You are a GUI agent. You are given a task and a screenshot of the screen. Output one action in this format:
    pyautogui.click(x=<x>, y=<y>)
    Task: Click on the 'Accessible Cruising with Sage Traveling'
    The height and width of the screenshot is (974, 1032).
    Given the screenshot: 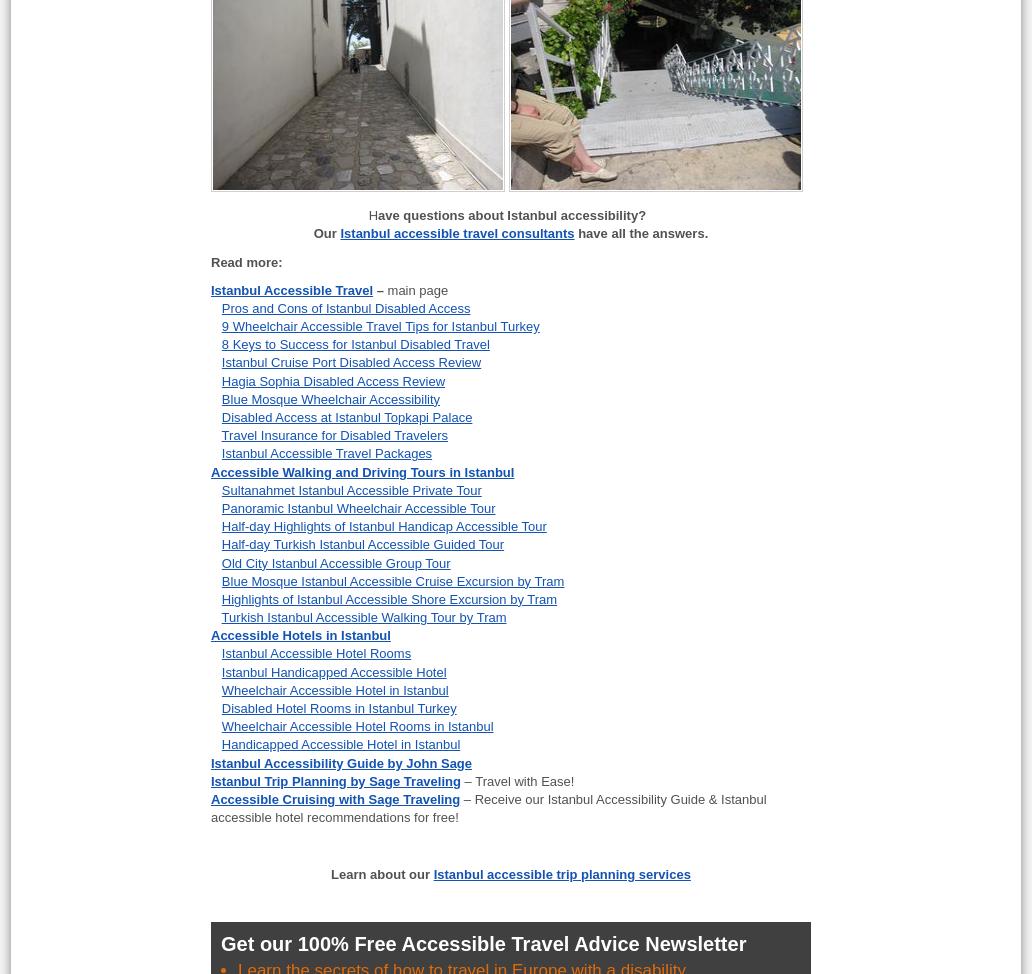 What is the action you would take?
    pyautogui.click(x=335, y=797)
    